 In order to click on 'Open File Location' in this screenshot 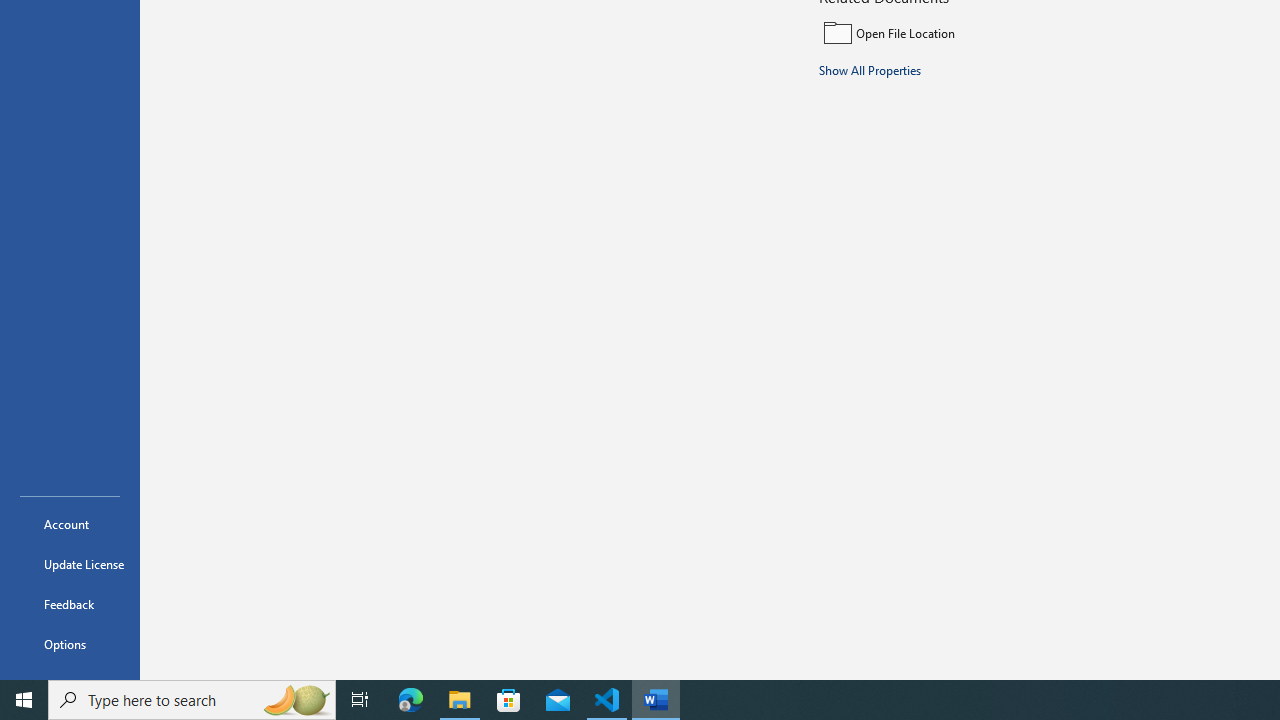, I will do `click(952, 32)`.